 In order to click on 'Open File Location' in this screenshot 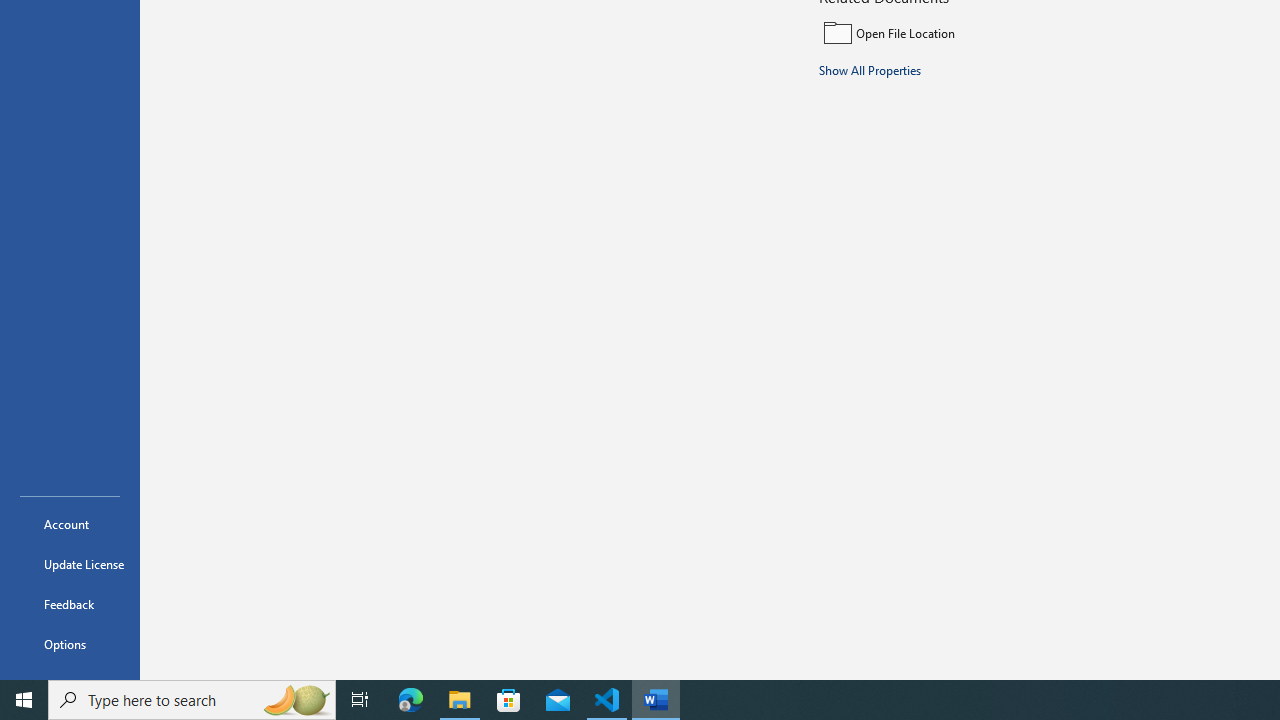, I will do `click(952, 32)`.